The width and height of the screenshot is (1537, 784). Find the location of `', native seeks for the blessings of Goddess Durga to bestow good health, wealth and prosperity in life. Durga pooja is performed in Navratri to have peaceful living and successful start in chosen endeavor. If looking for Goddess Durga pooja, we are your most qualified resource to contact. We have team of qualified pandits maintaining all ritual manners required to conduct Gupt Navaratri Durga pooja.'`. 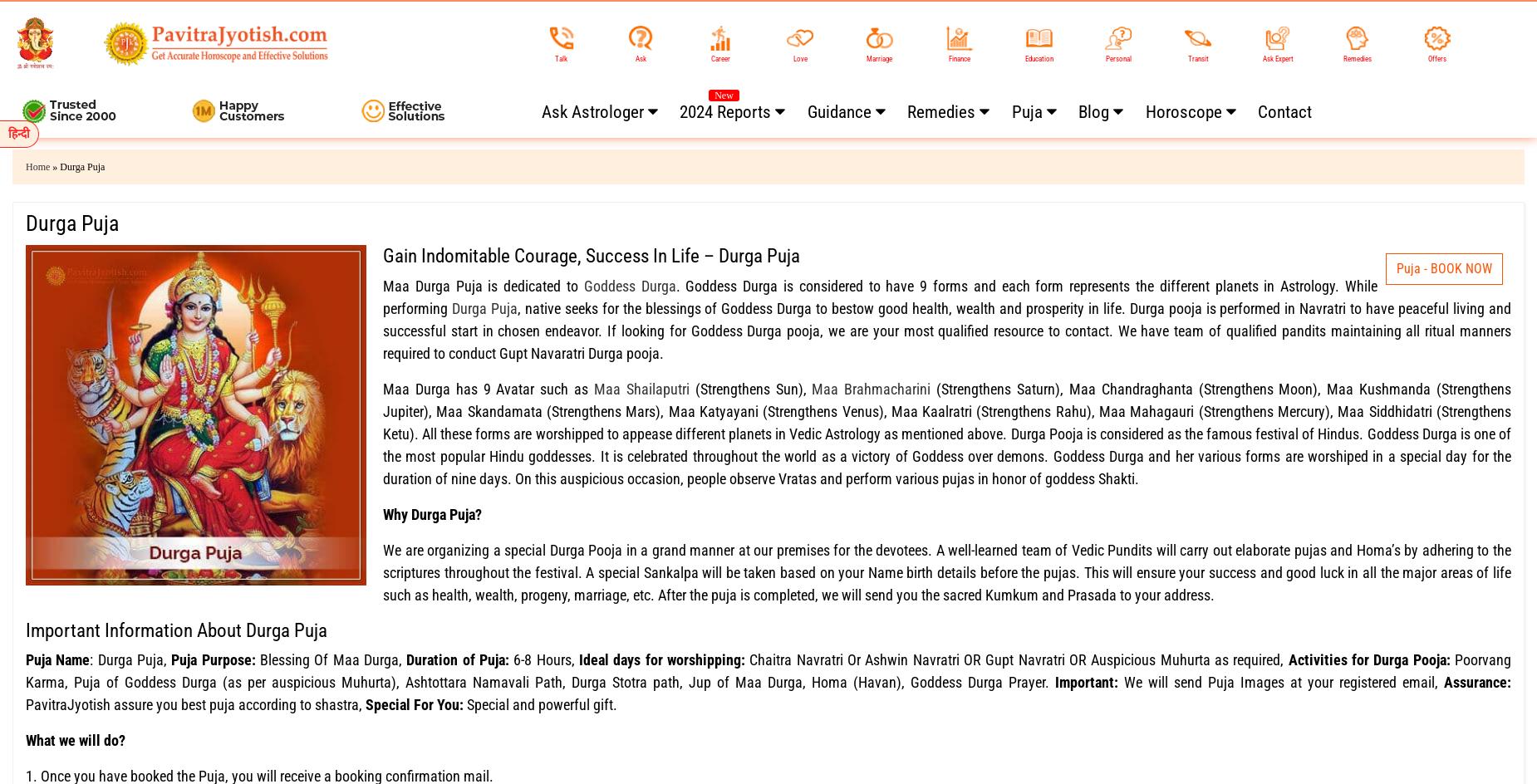

', native seeks for the blessings of Goddess Durga to bestow good health, wealth and prosperity in life. Durga pooja is performed in Navratri to have peaceful living and successful start in chosen endeavor. If looking for Goddess Durga pooja, we are your most qualified resource to contact. We have team of qualified pandits maintaining all ritual manners required to conduct Gupt Navaratri Durga pooja.' is located at coordinates (945, 330).